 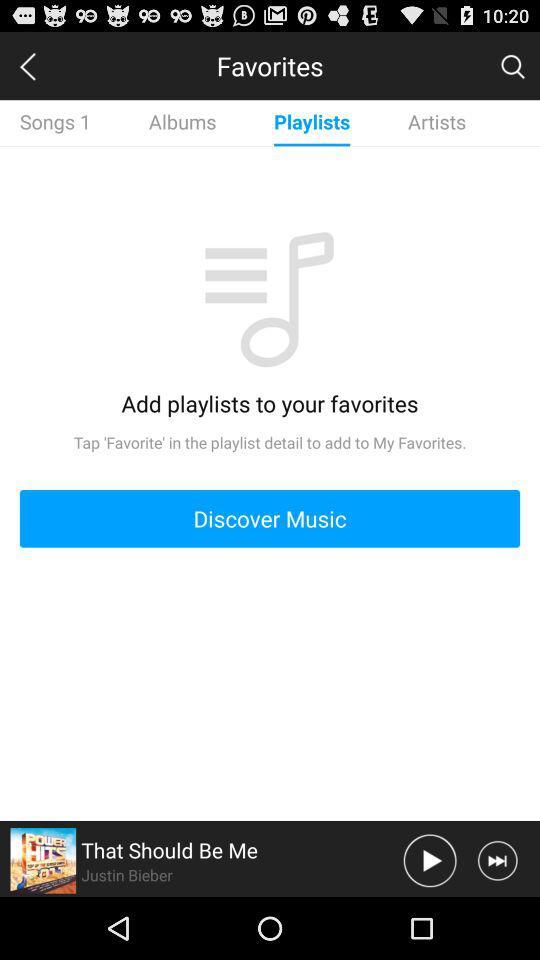 I want to click on the skip_next icon, so click(x=496, y=921).